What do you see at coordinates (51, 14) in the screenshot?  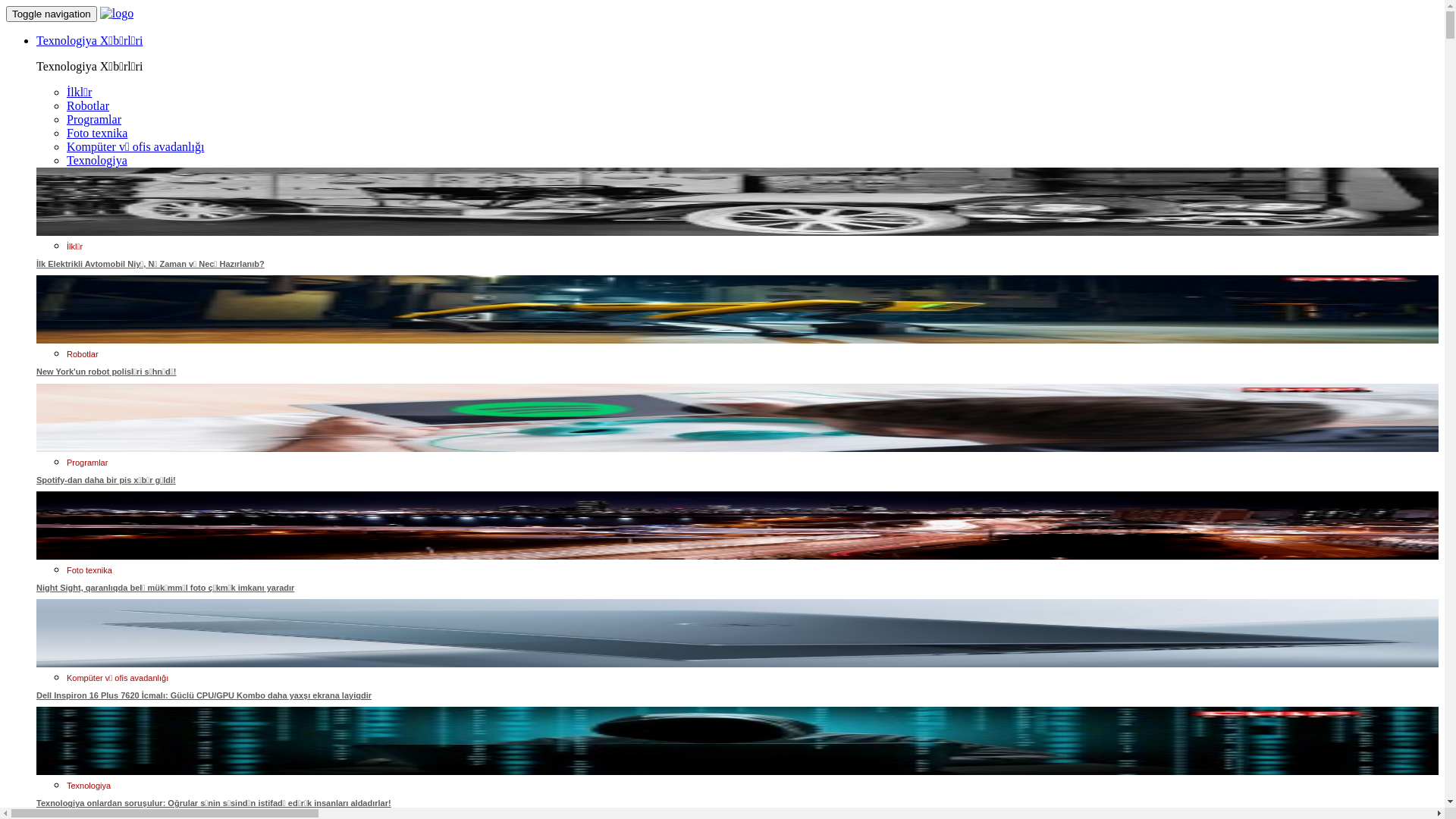 I see `'Toggle navigation'` at bounding box center [51, 14].